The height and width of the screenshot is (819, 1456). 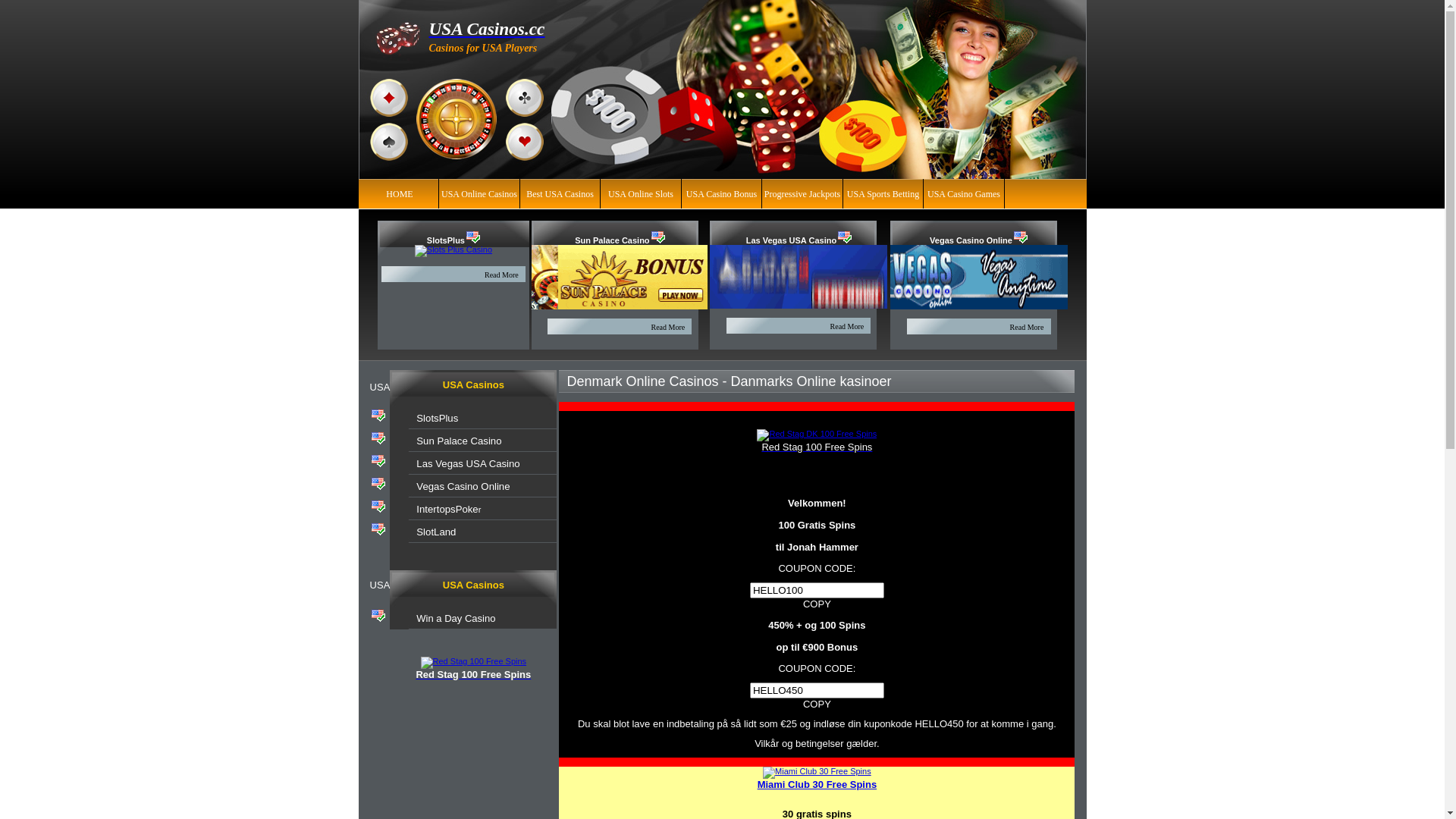 I want to click on 'Las Vegas USA Casino', so click(x=467, y=463).